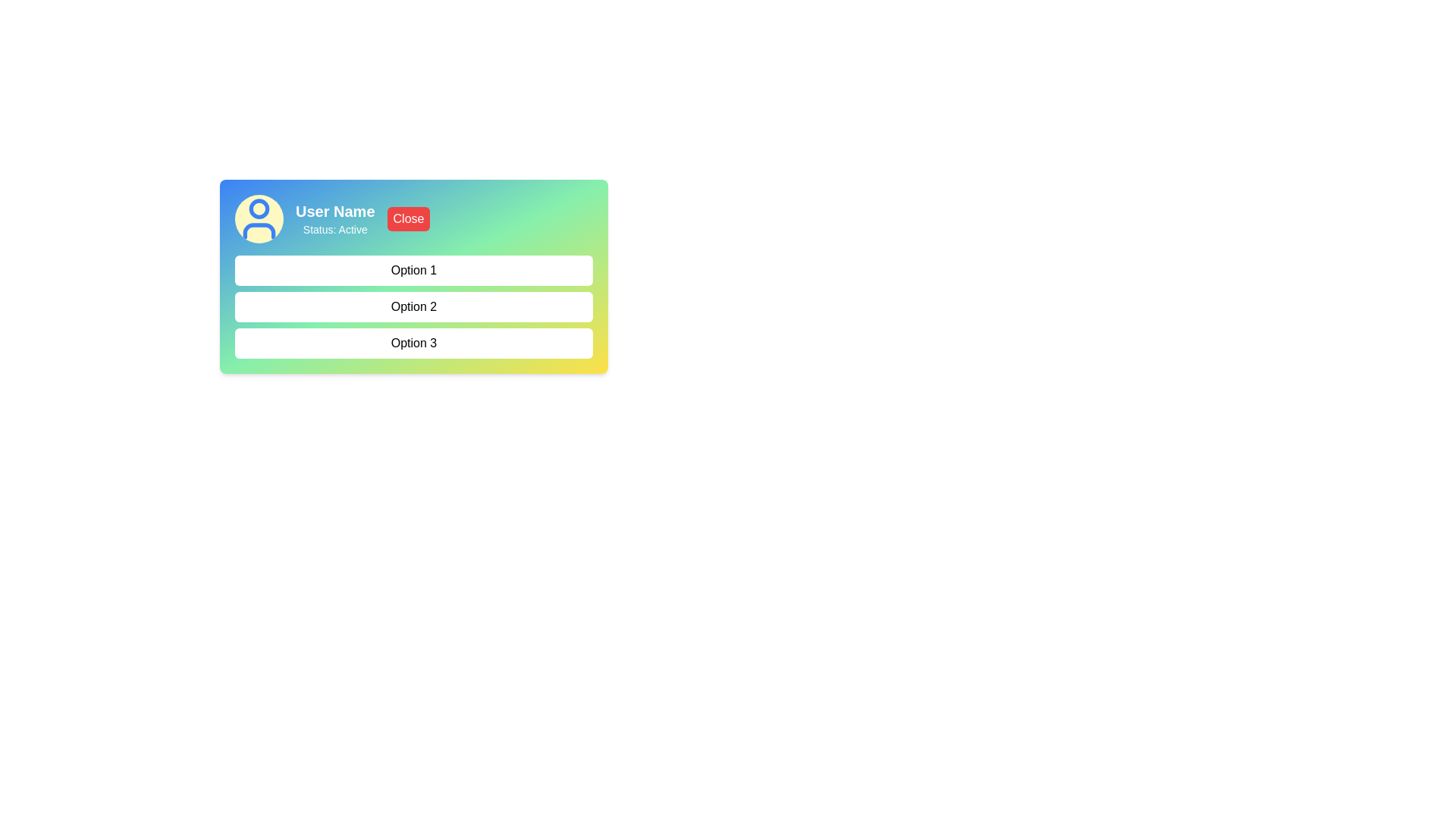 This screenshot has height=819, width=1456. I want to click on the rectangular button labeled 'Option 1' with a white background and black text, which is the first option in a vertical list on a gradient-colored card, positioned below the user information section, so click(414, 277).